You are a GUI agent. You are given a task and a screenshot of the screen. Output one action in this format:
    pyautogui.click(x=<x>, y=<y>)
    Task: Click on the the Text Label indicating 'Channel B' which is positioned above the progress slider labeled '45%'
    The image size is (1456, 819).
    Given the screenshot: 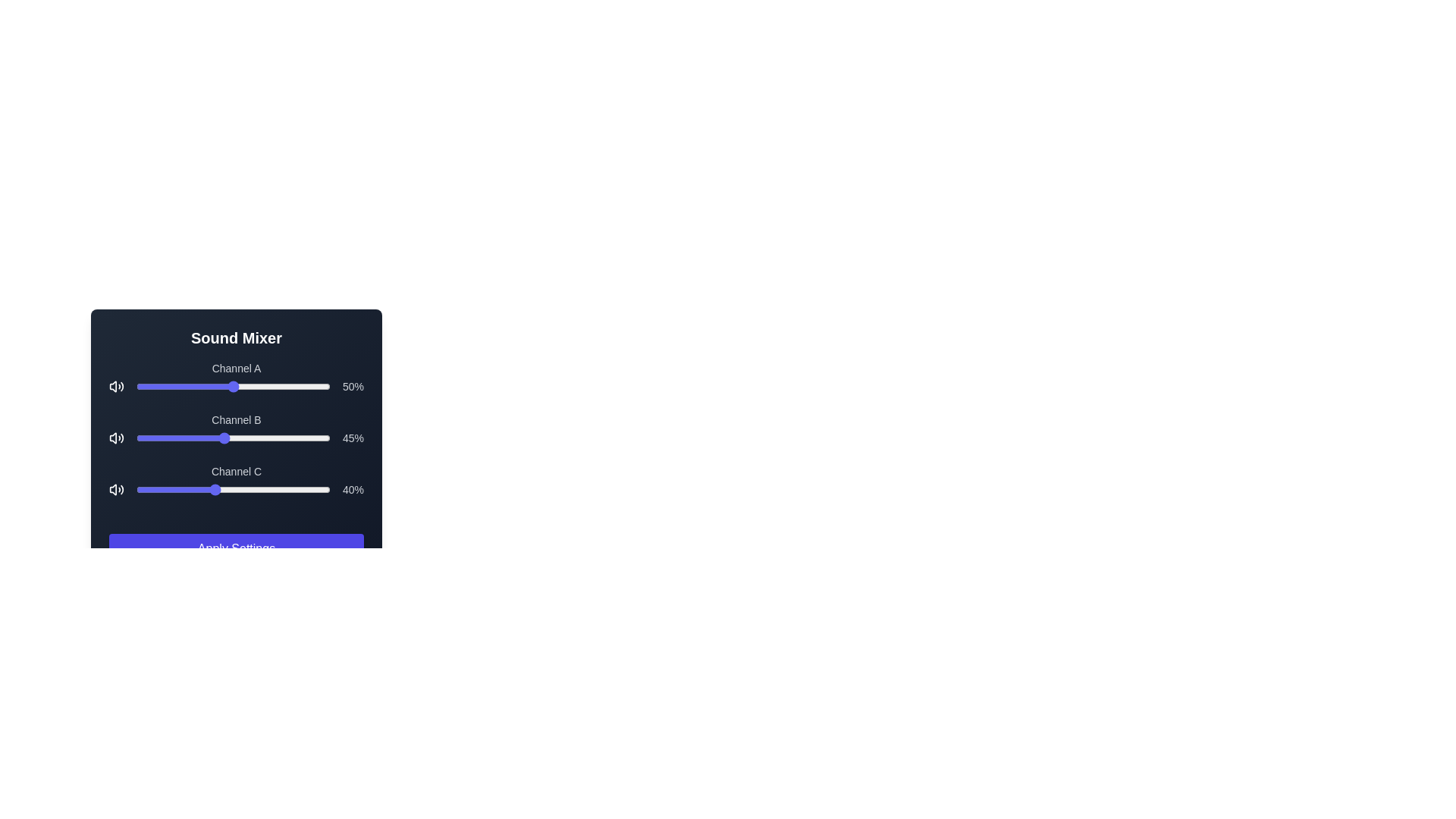 What is the action you would take?
    pyautogui.click(x=236, y=420)
    